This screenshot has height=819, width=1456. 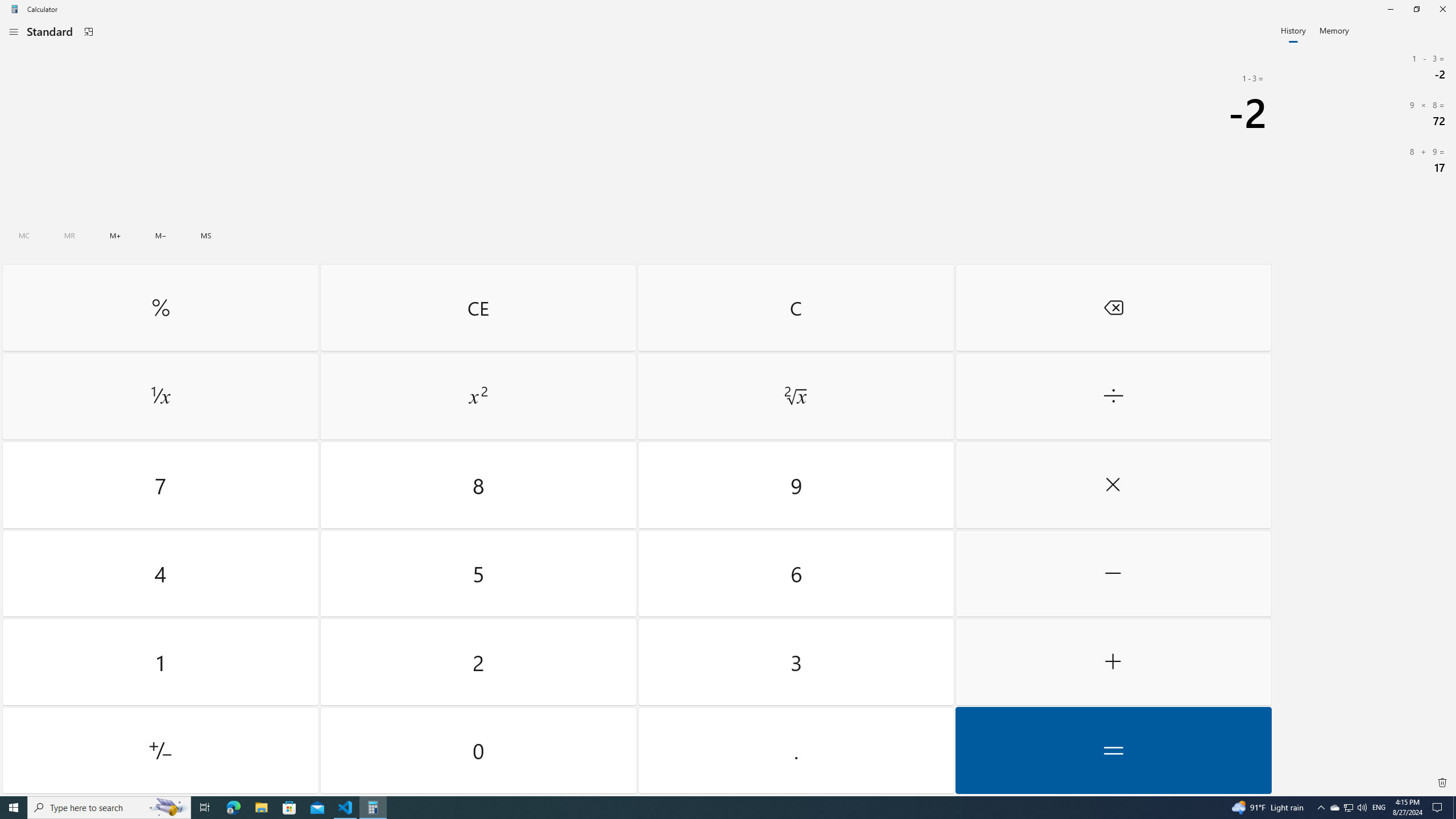 What do you see at coordinates (1112, 396) in the screenshot?
I see `'Divide by'` at bounding box center [1112, 396].